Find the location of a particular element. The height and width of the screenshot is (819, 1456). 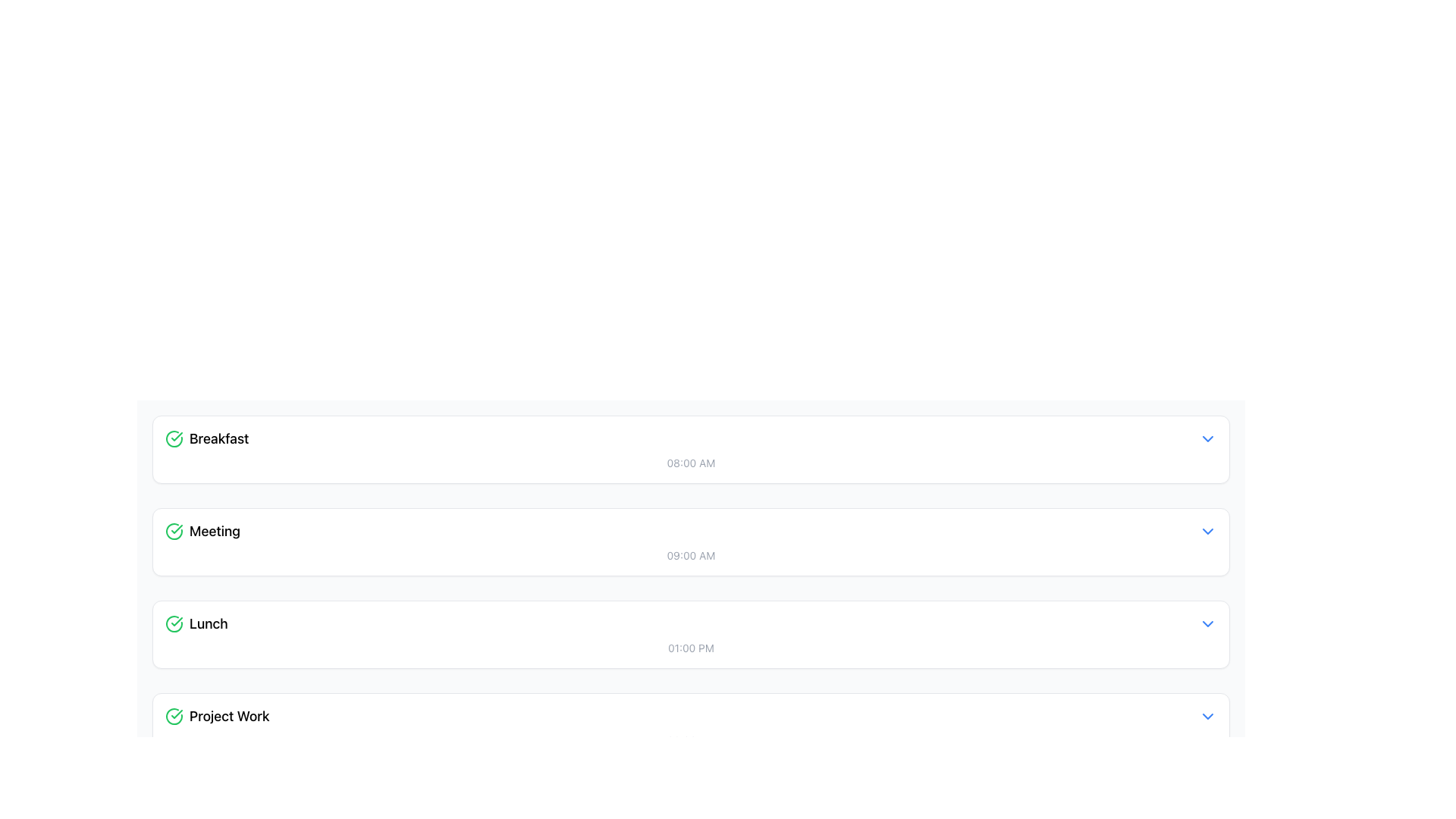

the Dropdown expand/collapse indicator (chevron icon) located at the top-right corner of the 'Meeting' section is located at coordinates (1207, 531).